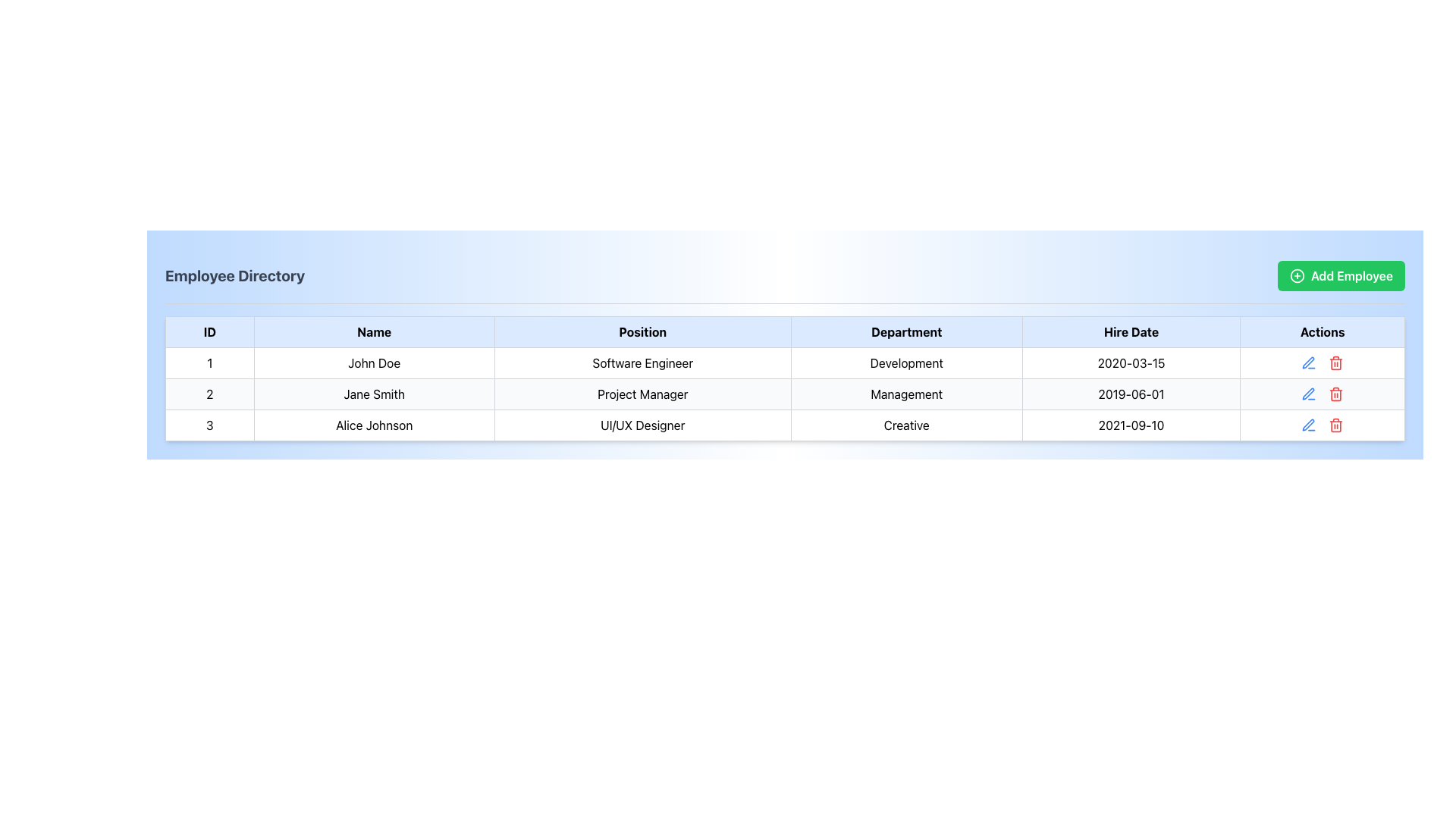  What do you see at coordinates (642, 331) in the screenshot?
I see `the text label that reads 'Position' in bold black font on a light blue background, located centrally within its cell in the header row of the table` at bounding box center [642, 331].